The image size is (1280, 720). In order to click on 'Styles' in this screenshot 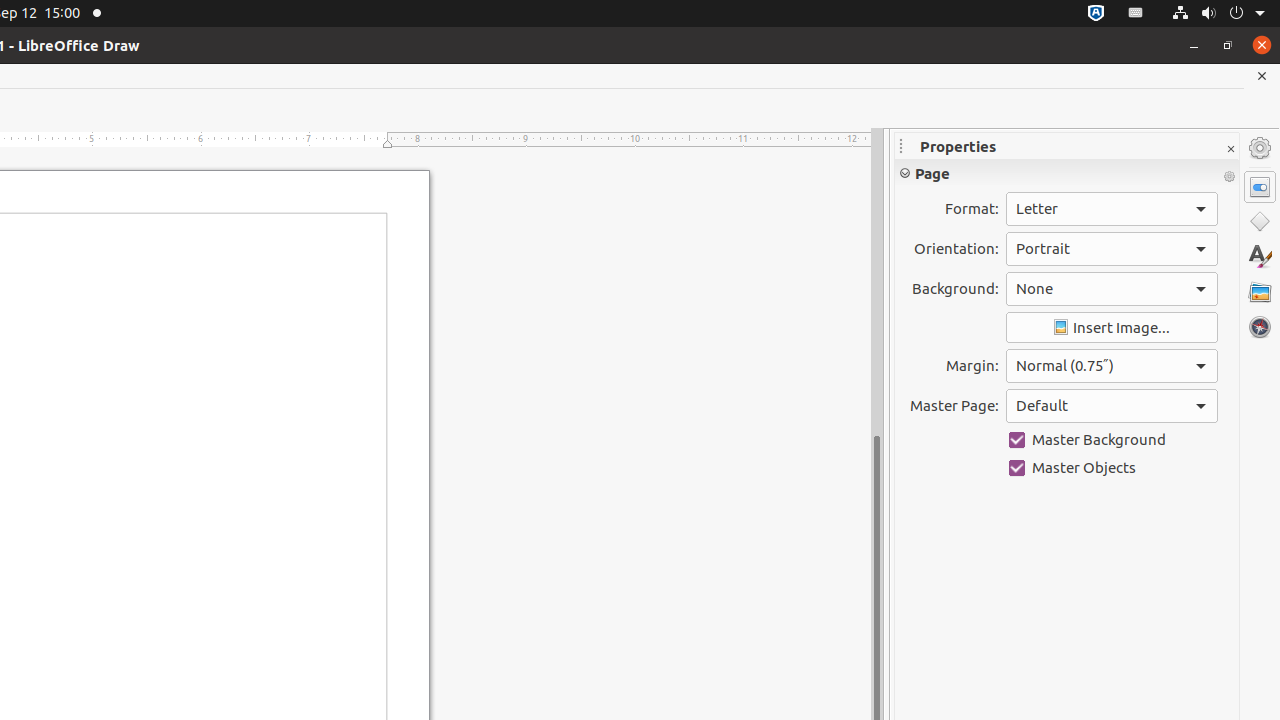, I will do `click(1259, 255)`.